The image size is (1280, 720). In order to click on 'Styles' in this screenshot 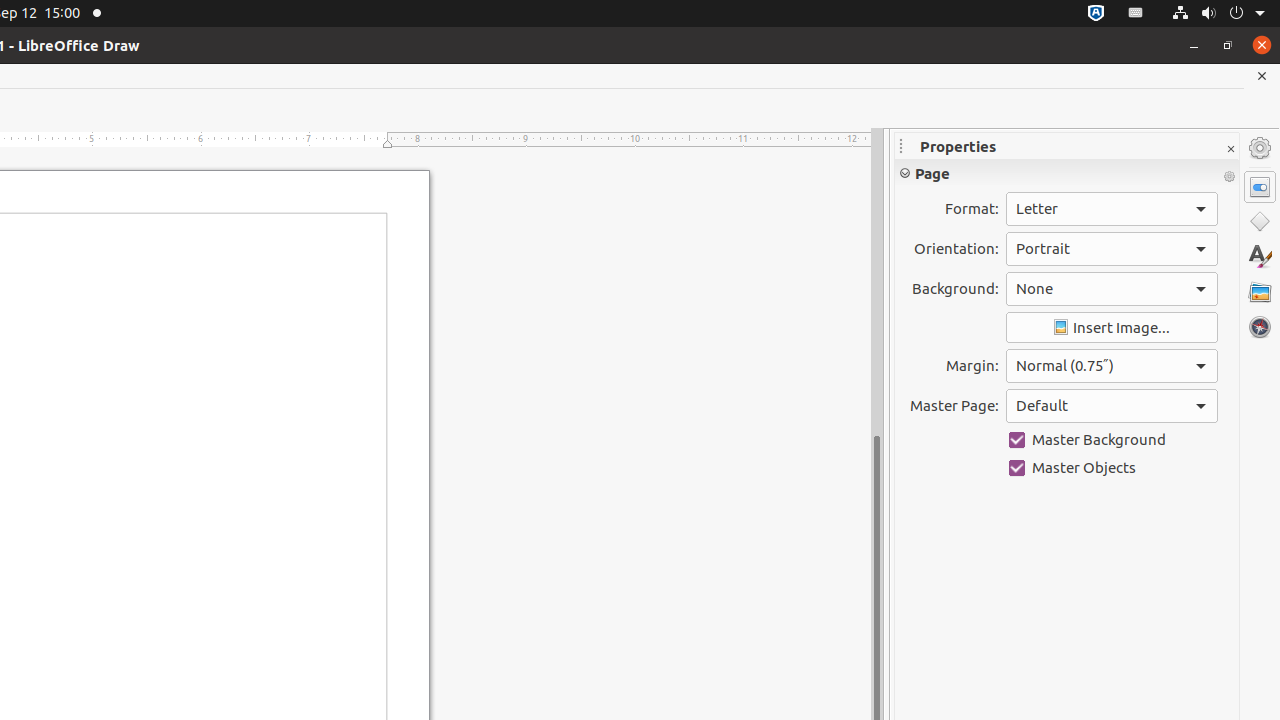, I will do `click(1259, 255)`.